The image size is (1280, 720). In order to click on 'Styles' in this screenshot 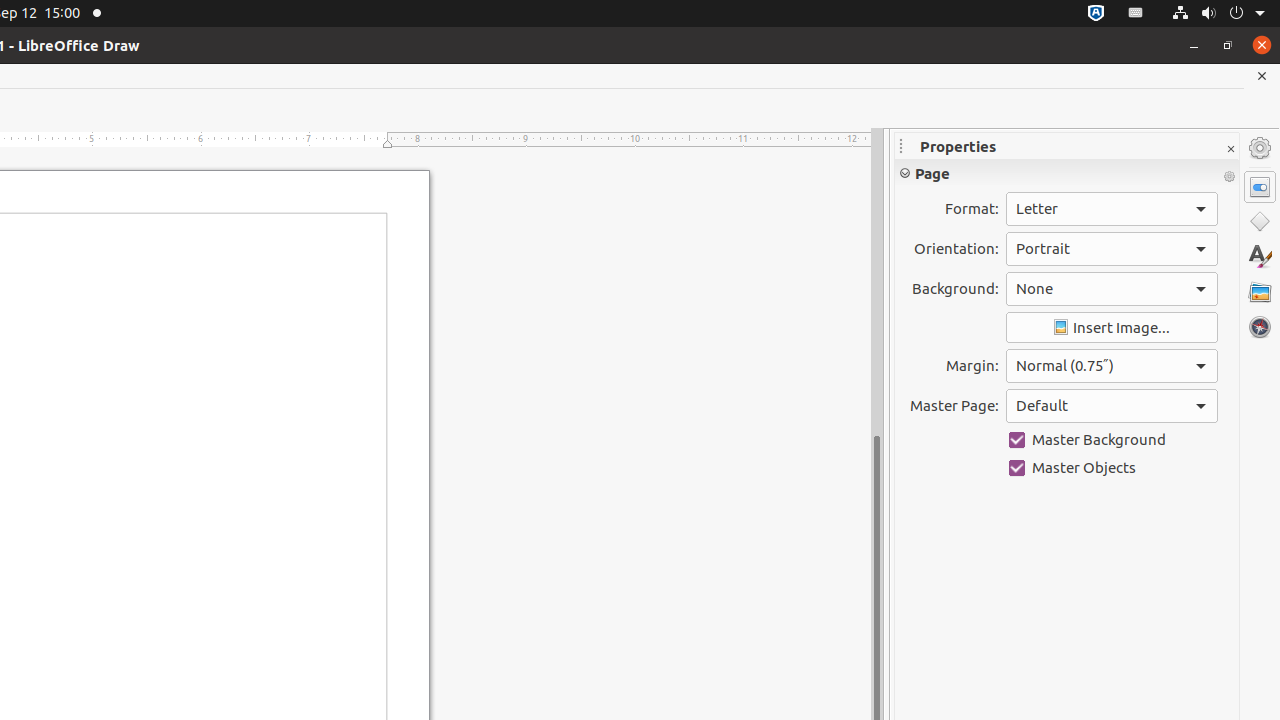, I will do `click(1259, 255)`.